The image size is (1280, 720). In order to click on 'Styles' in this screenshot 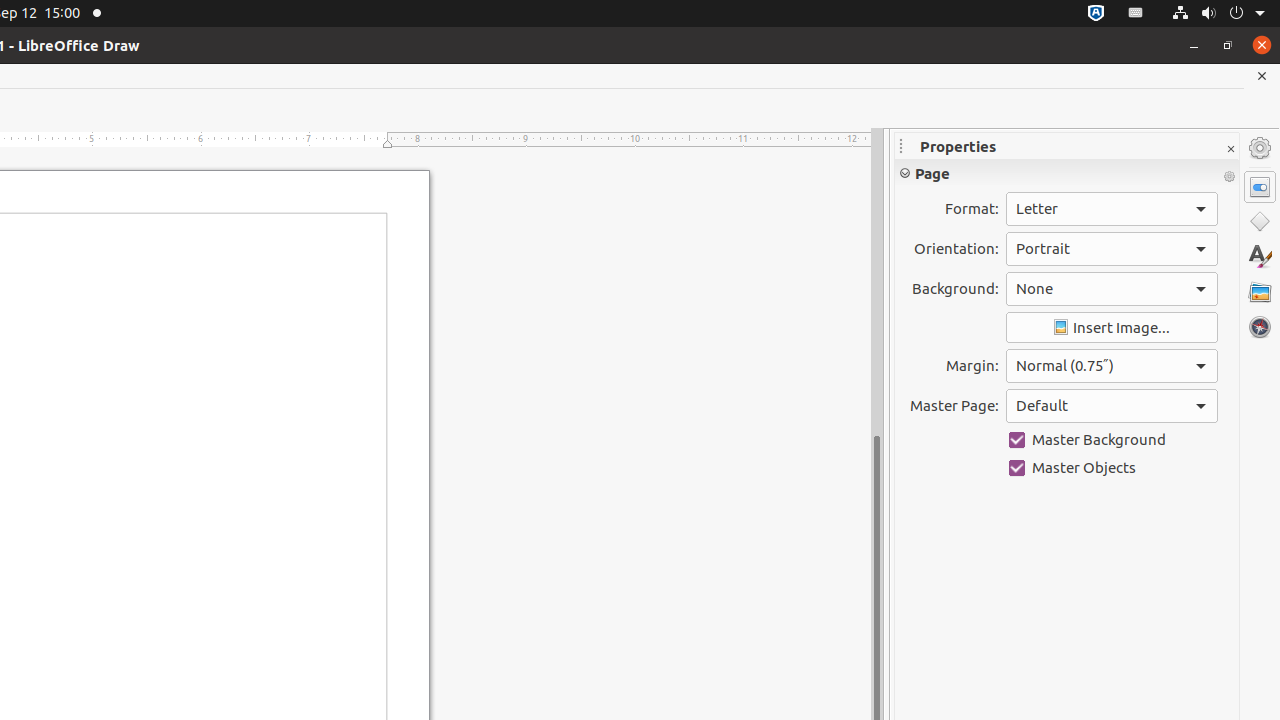, I will do `click(1259, 255)`.